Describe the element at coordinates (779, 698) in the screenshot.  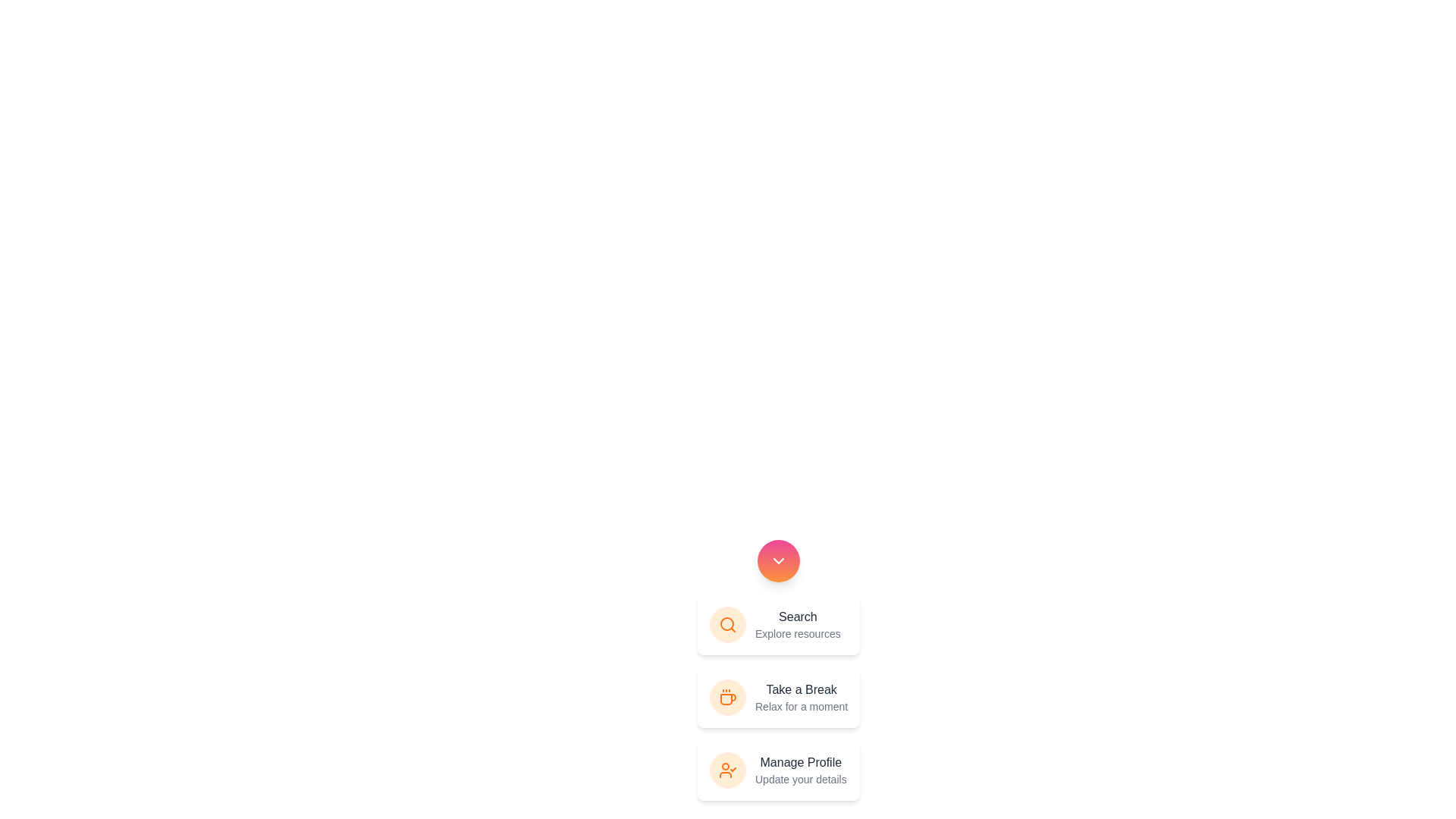
I see `the 'Take a Break' option in the menu` at that location.